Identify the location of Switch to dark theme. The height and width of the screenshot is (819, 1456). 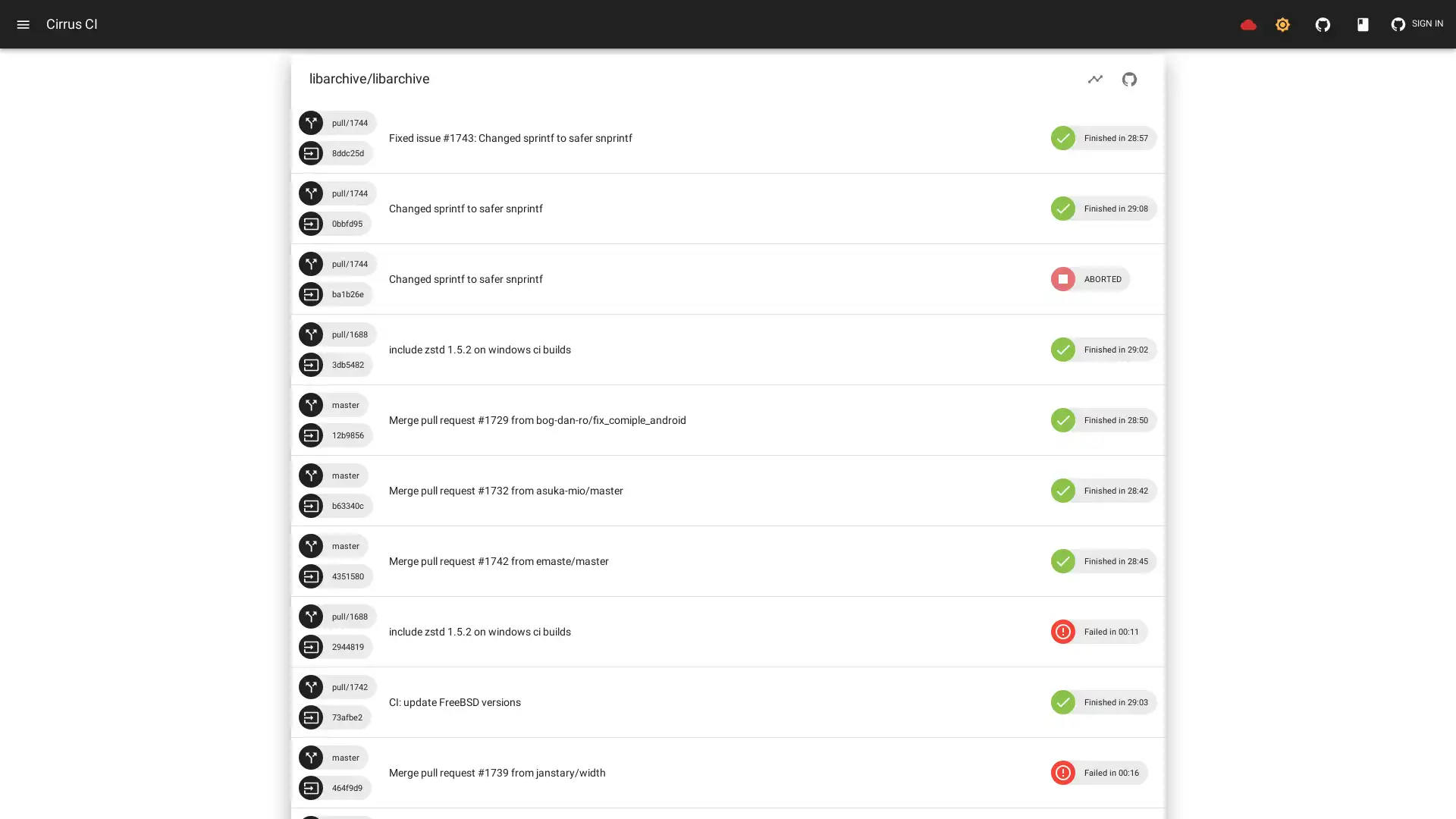
(1282, 24).